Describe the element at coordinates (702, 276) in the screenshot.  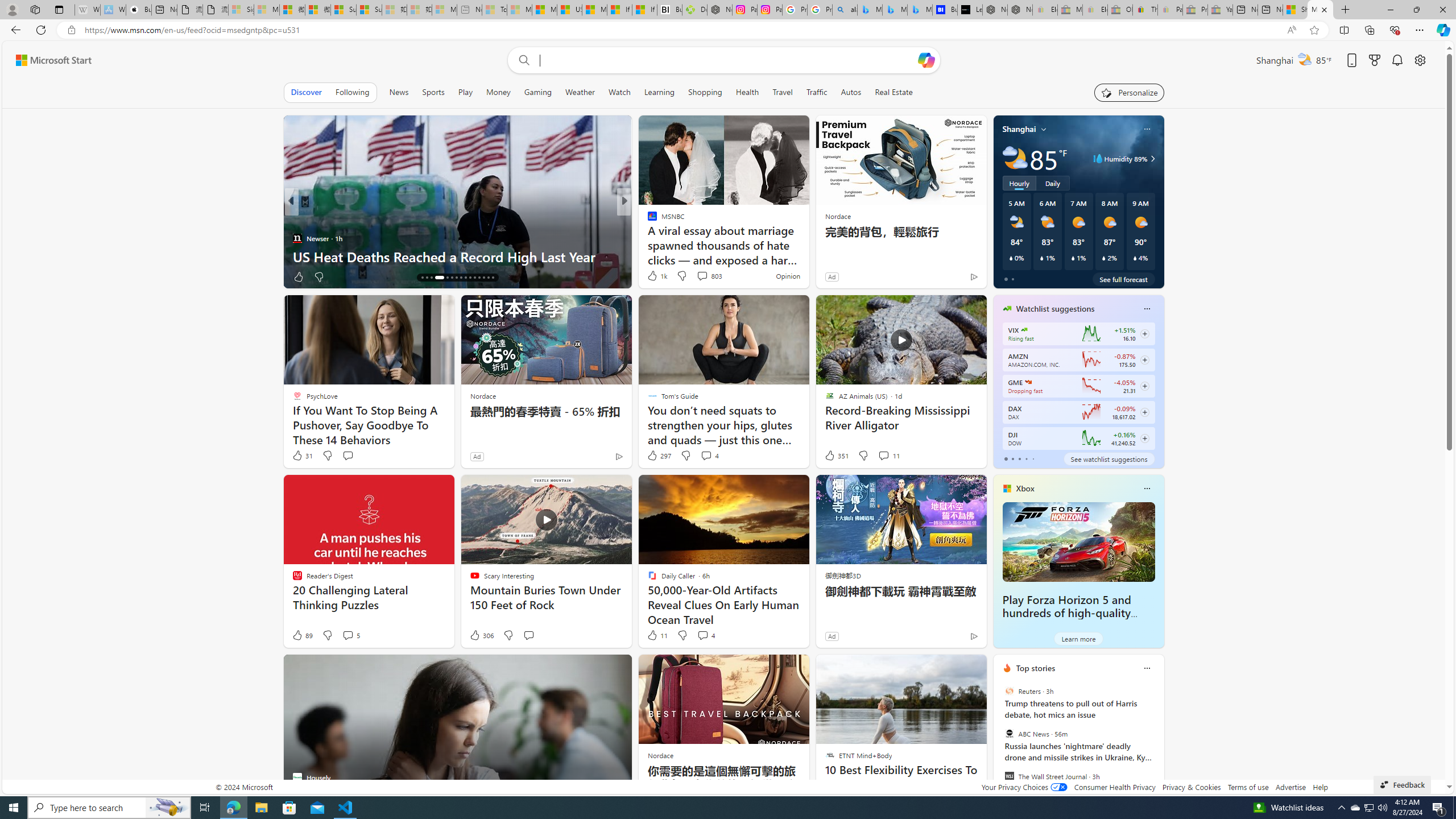
I see `'View comments 15 Comment'` at that location.